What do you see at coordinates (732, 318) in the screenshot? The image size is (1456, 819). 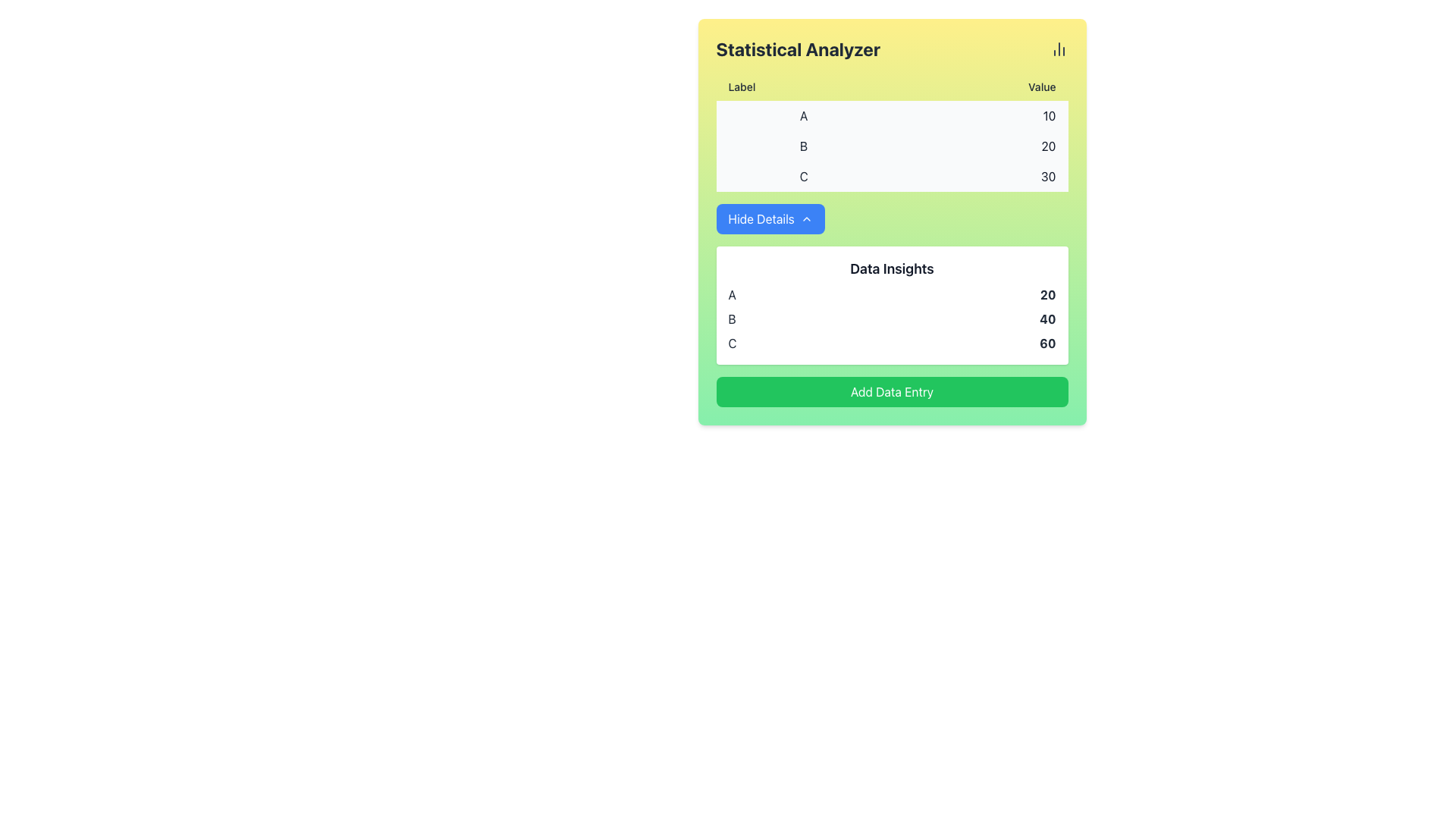 I see `the bold uppercase letter 'B' text label located in the 'Data Insights' section, positioned between 'A' and 'C' in a vertical list` at bounding box center [732, 318].